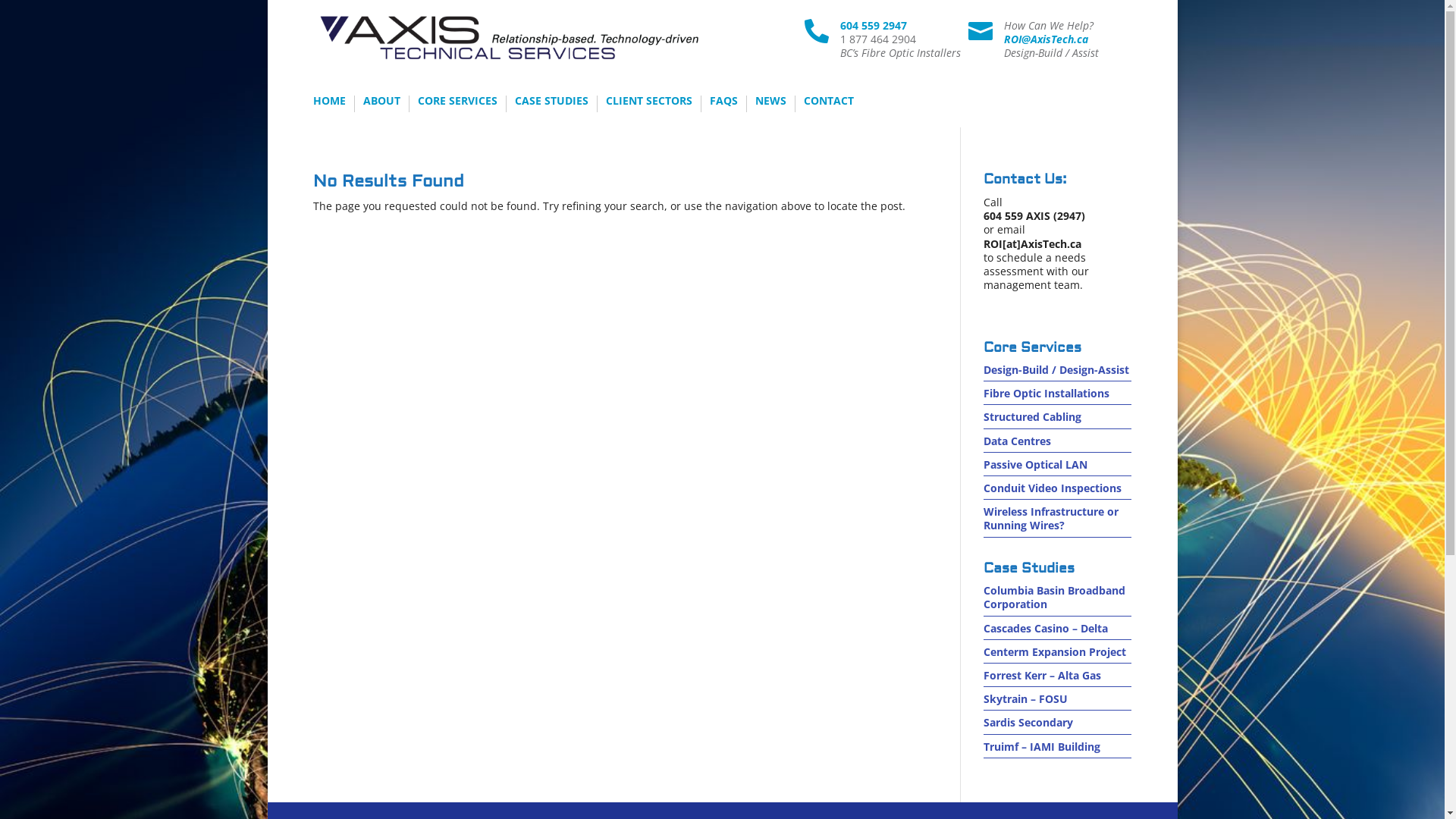  What do you see at coordinates (312, 103) in the screenshot?
I see `'HOME'` at bounding box center [312, 103].